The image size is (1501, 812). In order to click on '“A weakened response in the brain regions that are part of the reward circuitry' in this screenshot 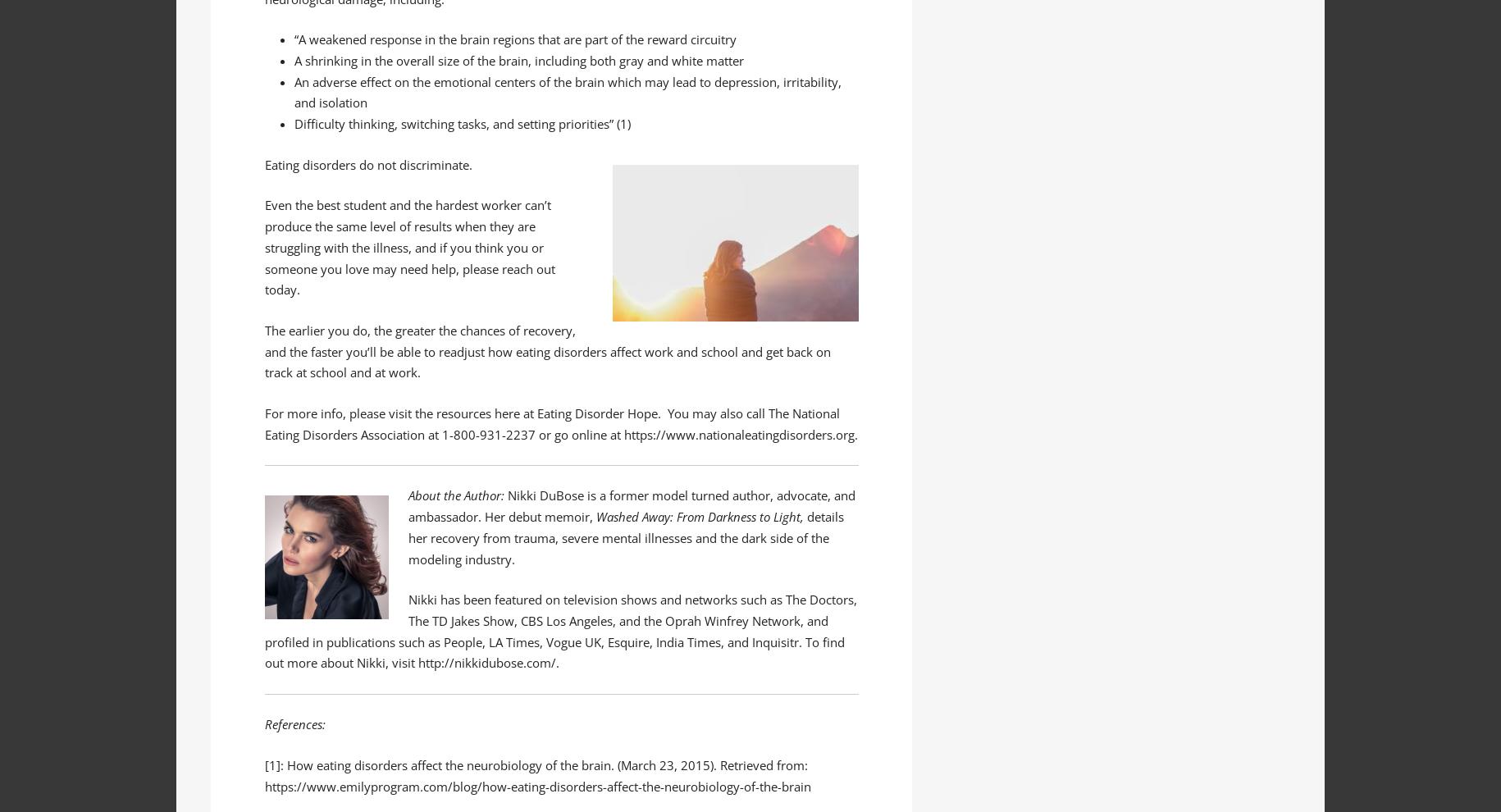, I will do `click(293, 39)`.